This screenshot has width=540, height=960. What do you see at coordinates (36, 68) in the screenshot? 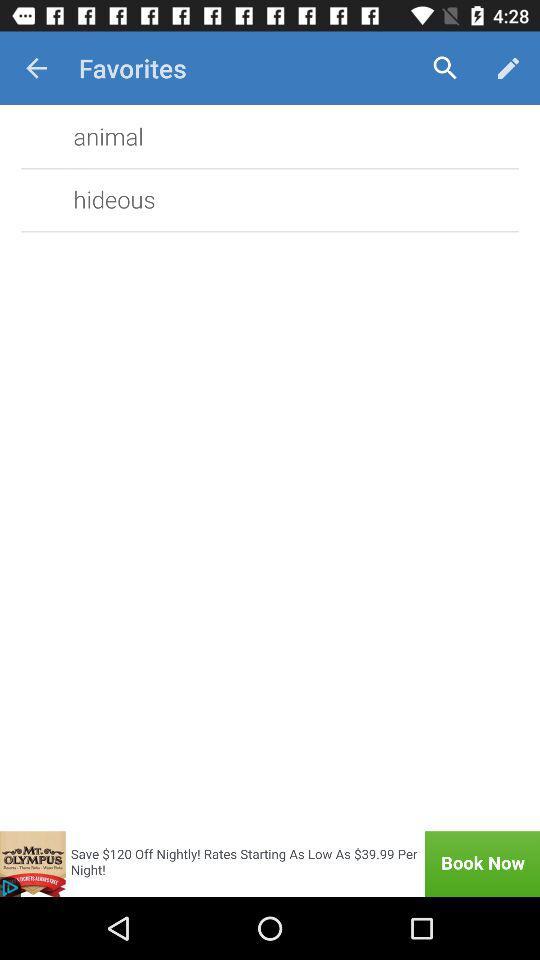
I see `the item to the left of favorites item` at bounding box center [36, 68].